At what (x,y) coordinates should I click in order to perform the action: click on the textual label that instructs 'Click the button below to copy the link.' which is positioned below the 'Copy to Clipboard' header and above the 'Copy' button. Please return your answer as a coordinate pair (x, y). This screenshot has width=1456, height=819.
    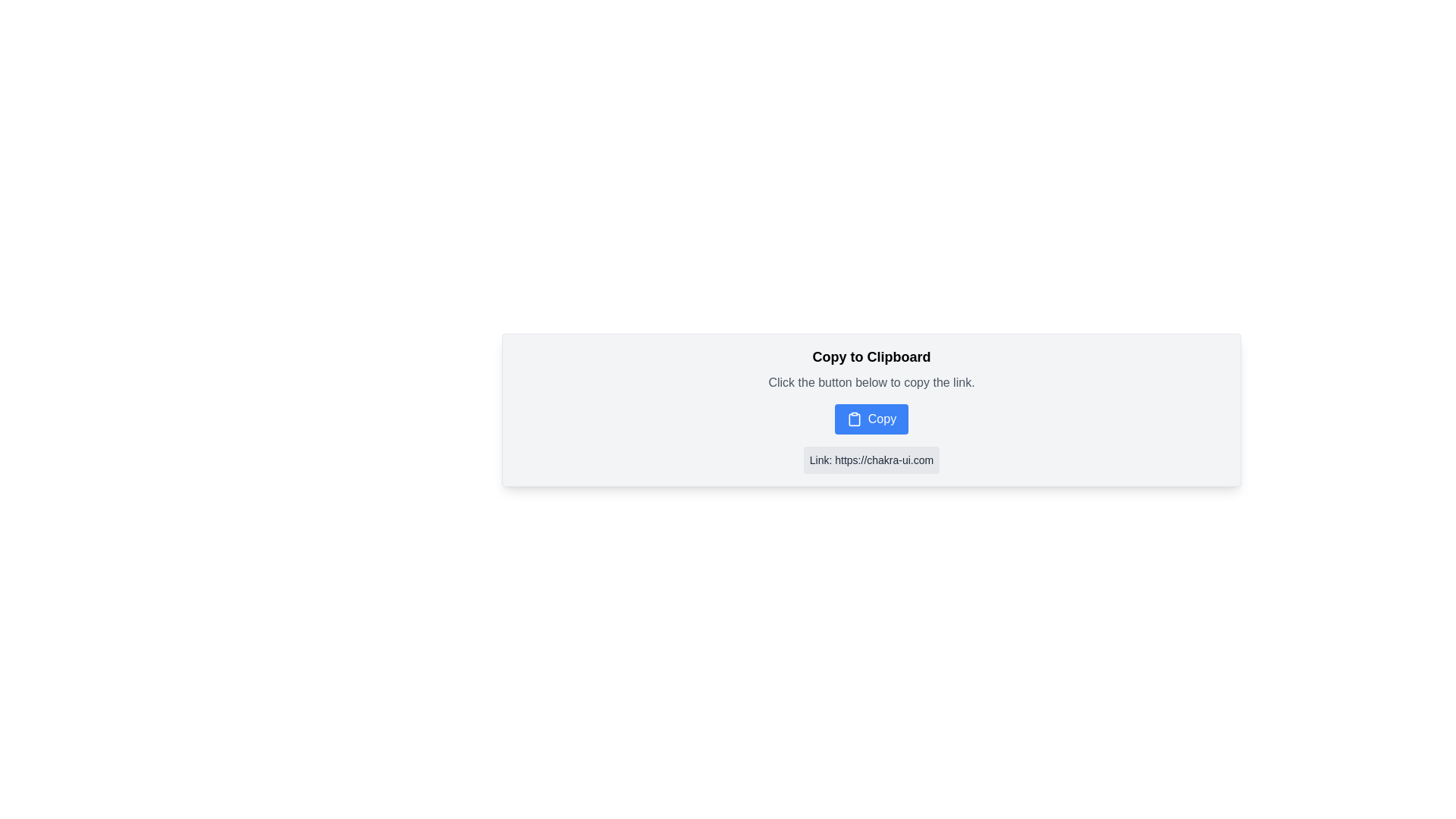
    Looking at the image, I should click on (871, 382).